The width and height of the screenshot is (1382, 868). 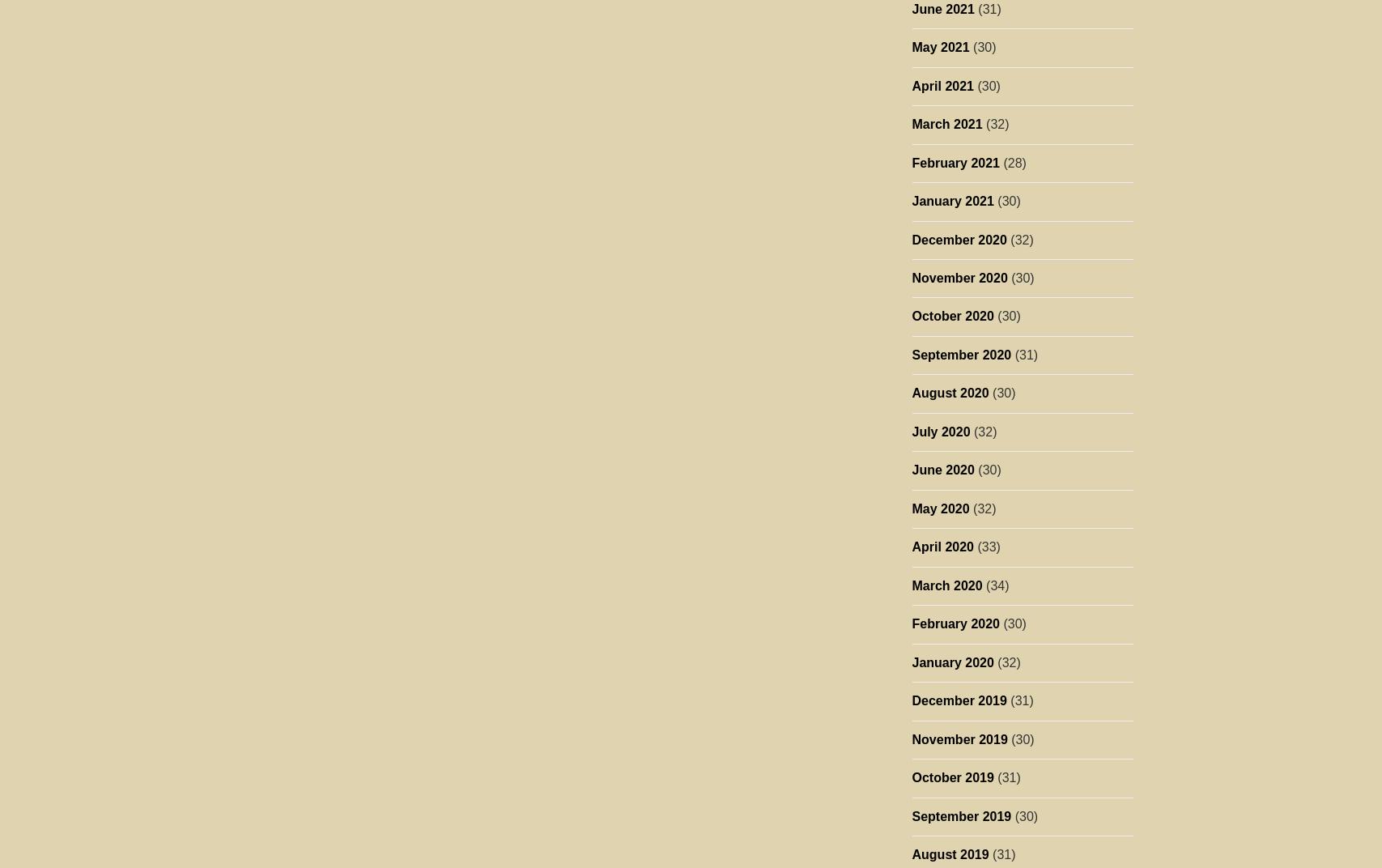 I want to click on '(28)', so click(x=999, y=161).